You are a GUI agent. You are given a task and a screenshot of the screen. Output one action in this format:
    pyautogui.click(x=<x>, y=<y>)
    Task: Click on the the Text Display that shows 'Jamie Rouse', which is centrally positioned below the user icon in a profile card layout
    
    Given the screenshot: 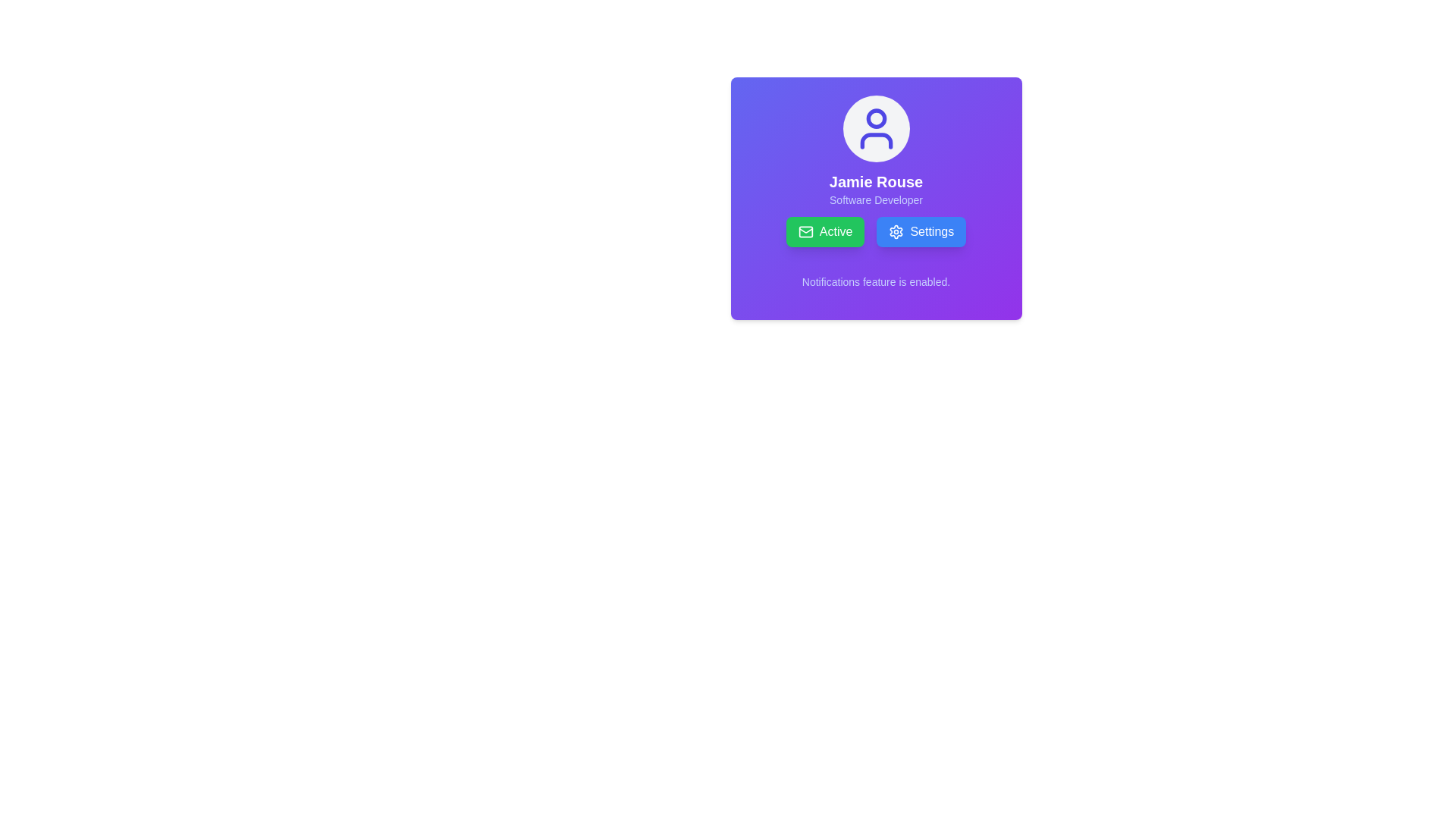 What is the action you would take?
    pyautogui.click(x=876, y=180)
    